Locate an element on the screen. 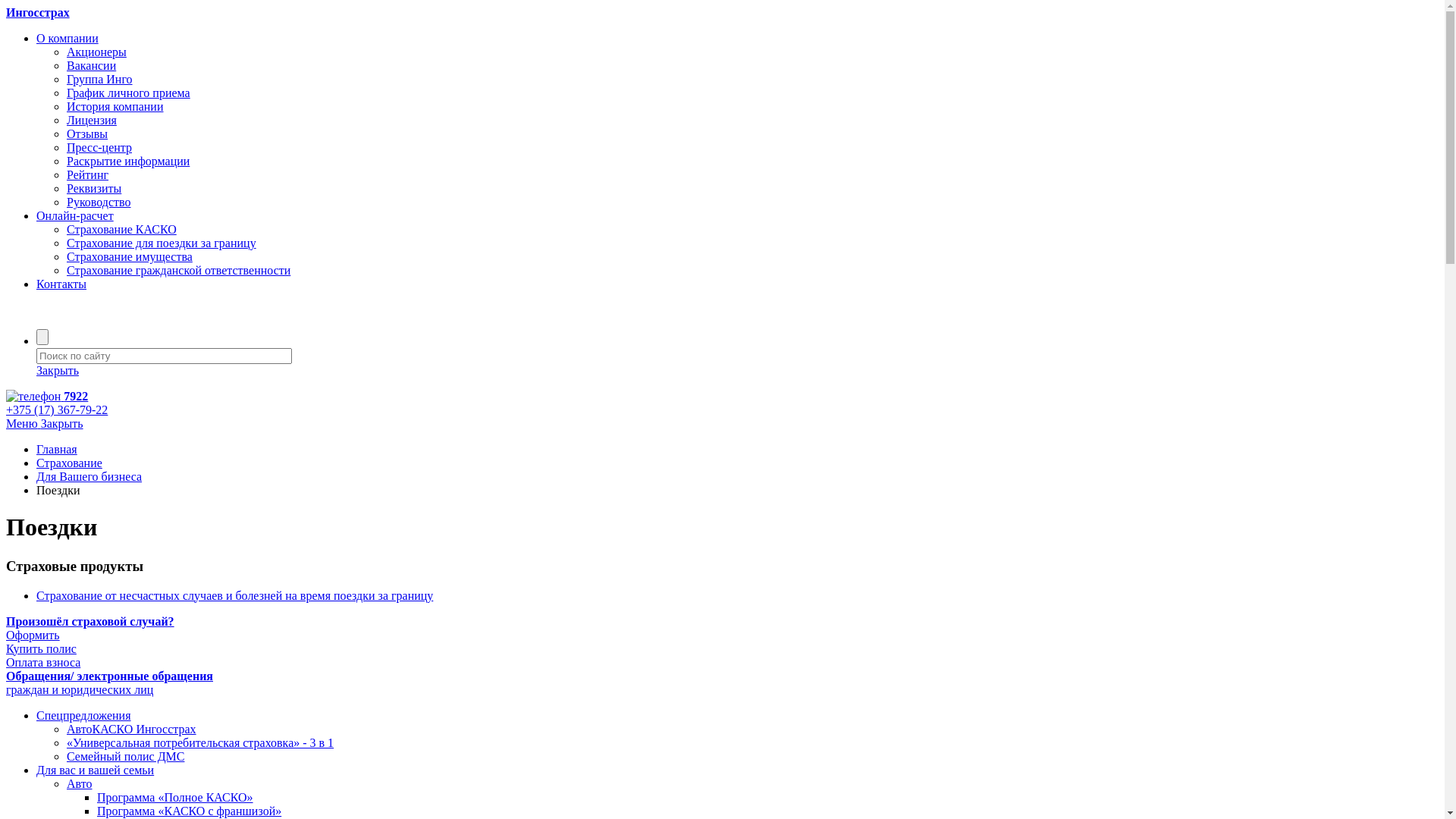 Image resolution: width=1456 pixels, height=819 pixels. '+375 (17) 367-79-22' is located at coordinates (721, 409).